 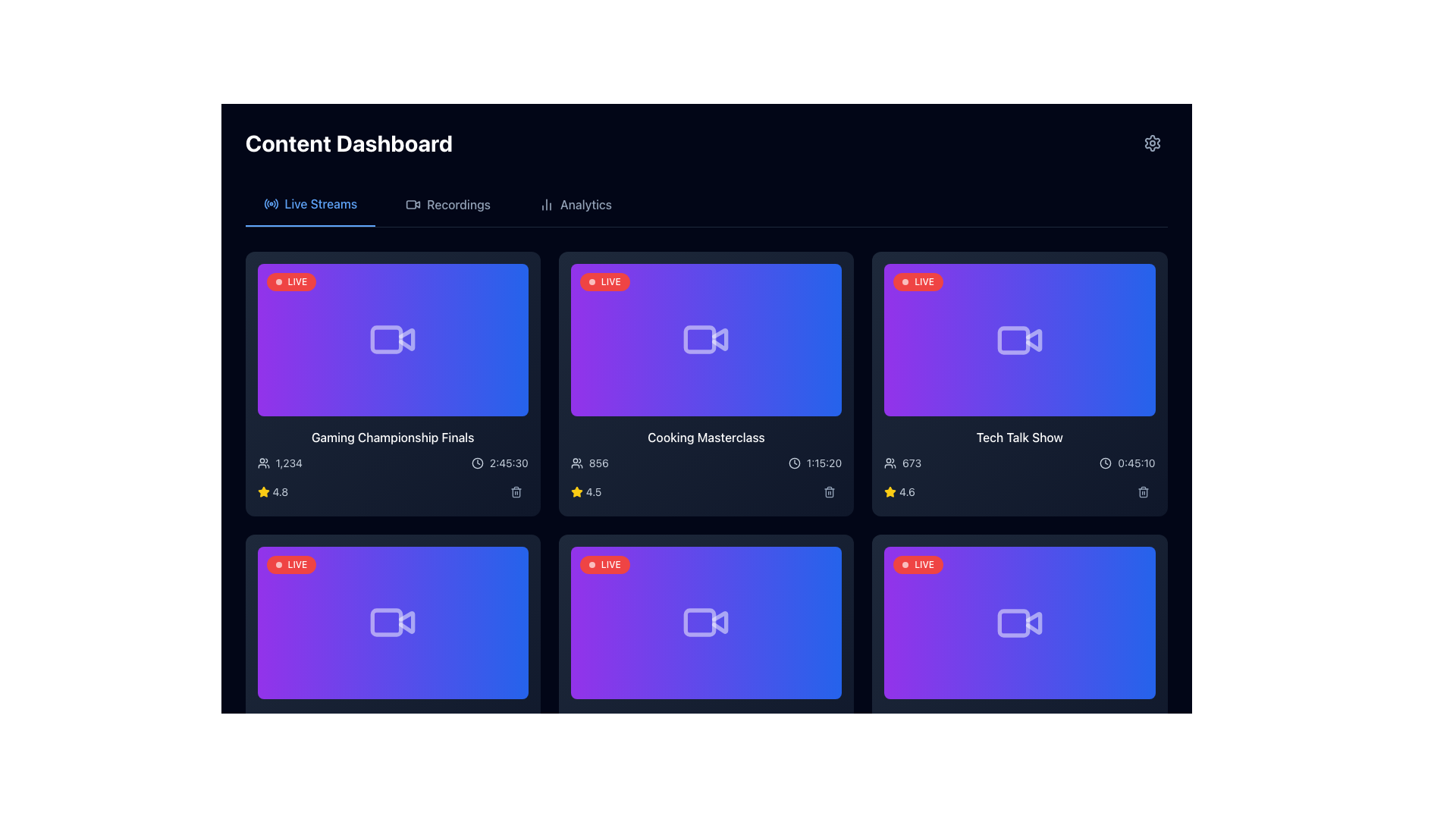 What do you see at coordinates (1033, 623) in the screenshot?
I see `the Play button, which is a triangular icon located on the right side of the video thumbnail card in the bottom row, second column of the grid layout` at bounding box center [1033, 623].